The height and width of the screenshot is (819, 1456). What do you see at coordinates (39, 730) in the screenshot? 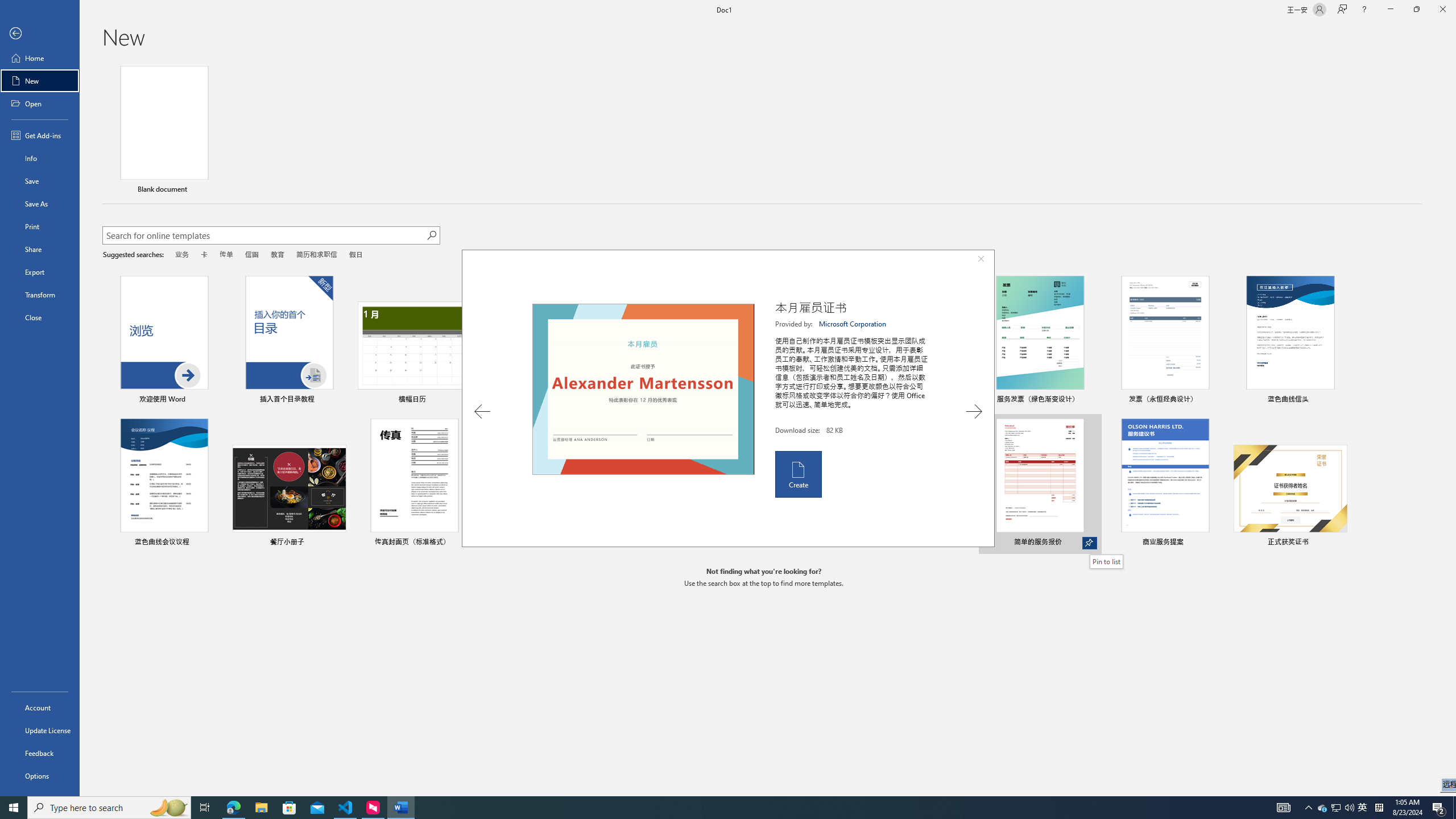
I see `'Update License'` at bounding box center [39, 730].